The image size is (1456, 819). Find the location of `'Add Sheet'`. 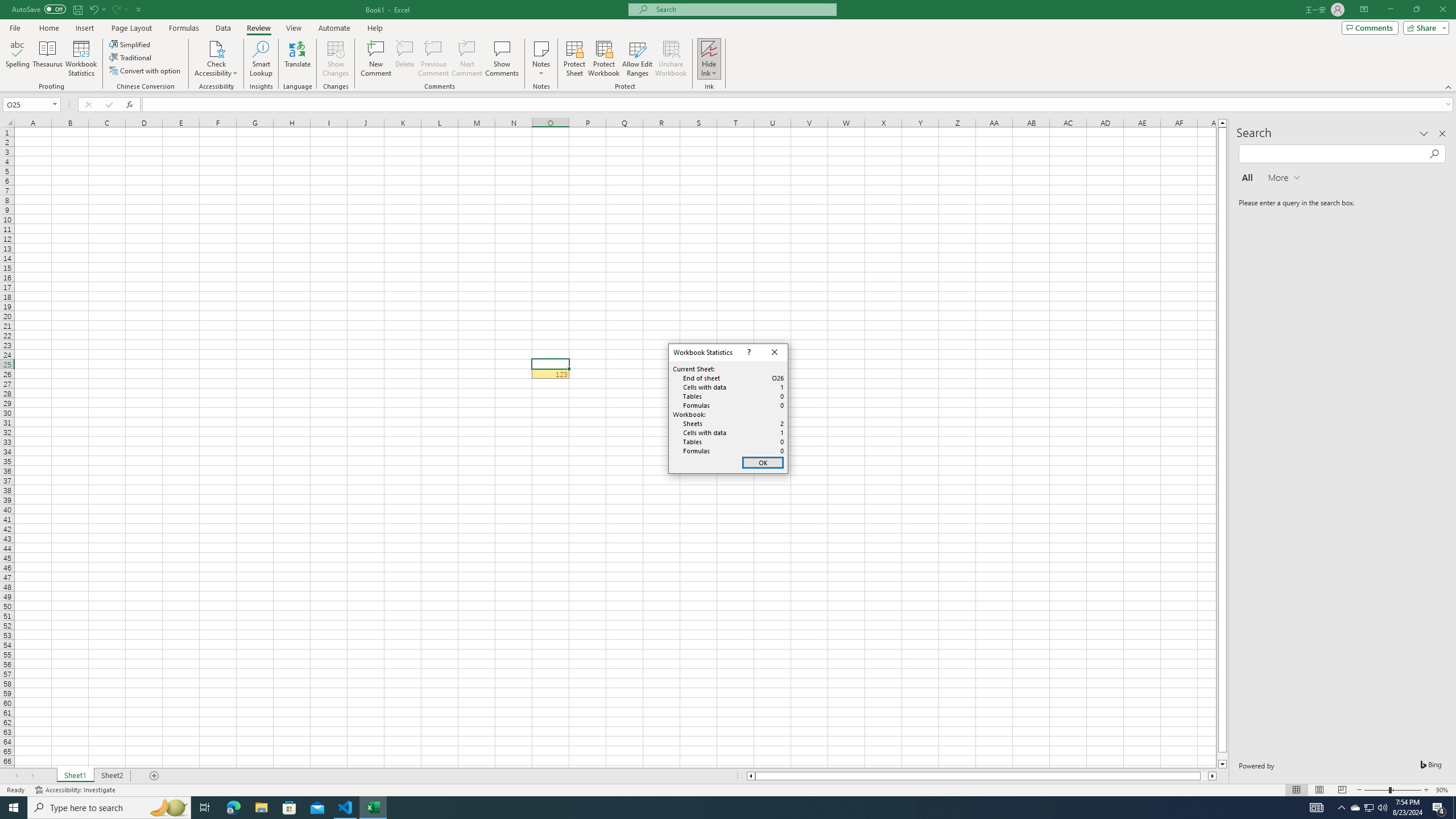

'Add Sheet' is located at coordinates (155, 775).